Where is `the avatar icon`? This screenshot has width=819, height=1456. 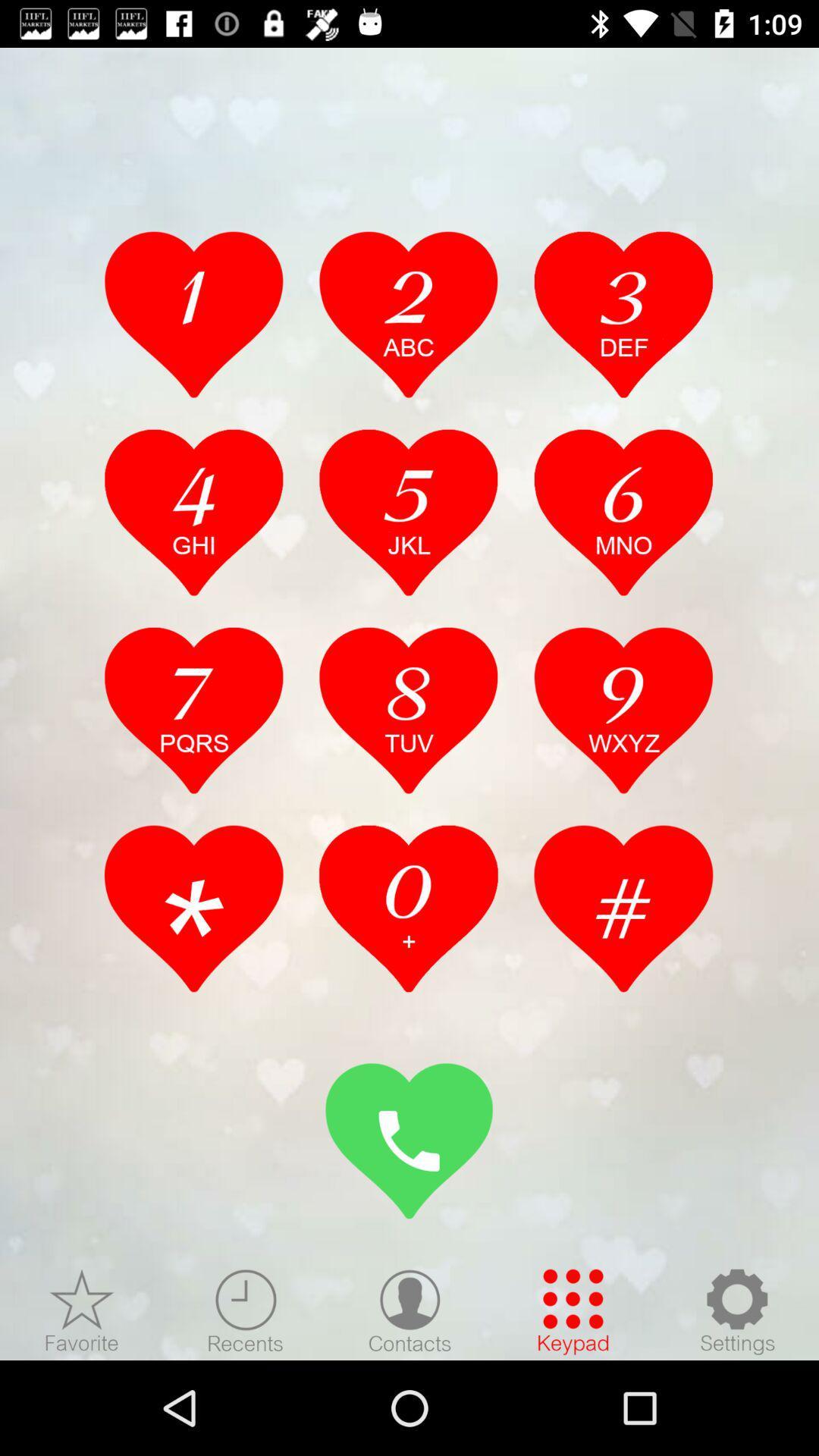 the avatar icon is located at coordinates (409, 1310).